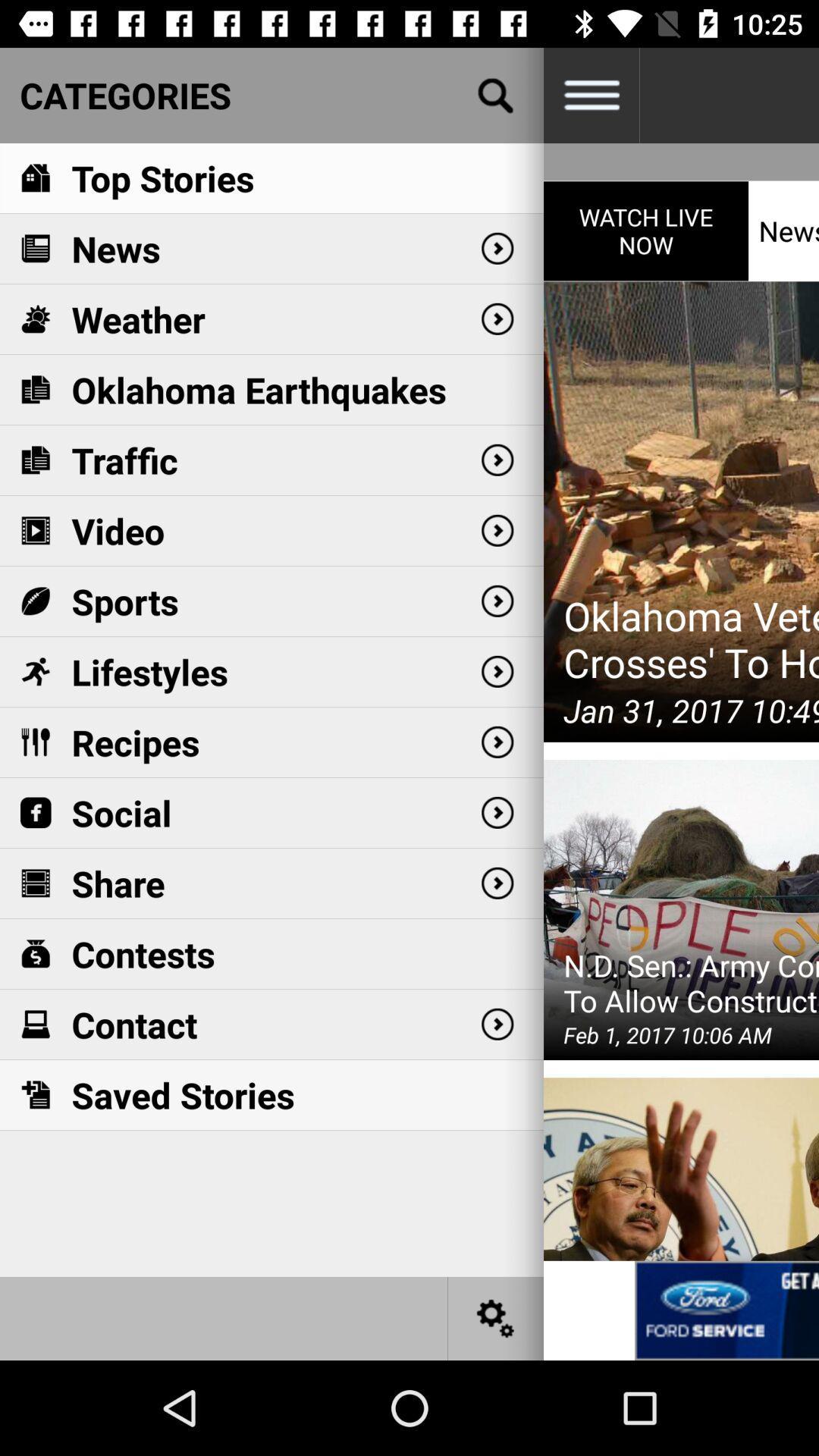 This screenshot has width=819, height=1456. I want to click on the image for more information tab to open the article, so click(726, 1310).